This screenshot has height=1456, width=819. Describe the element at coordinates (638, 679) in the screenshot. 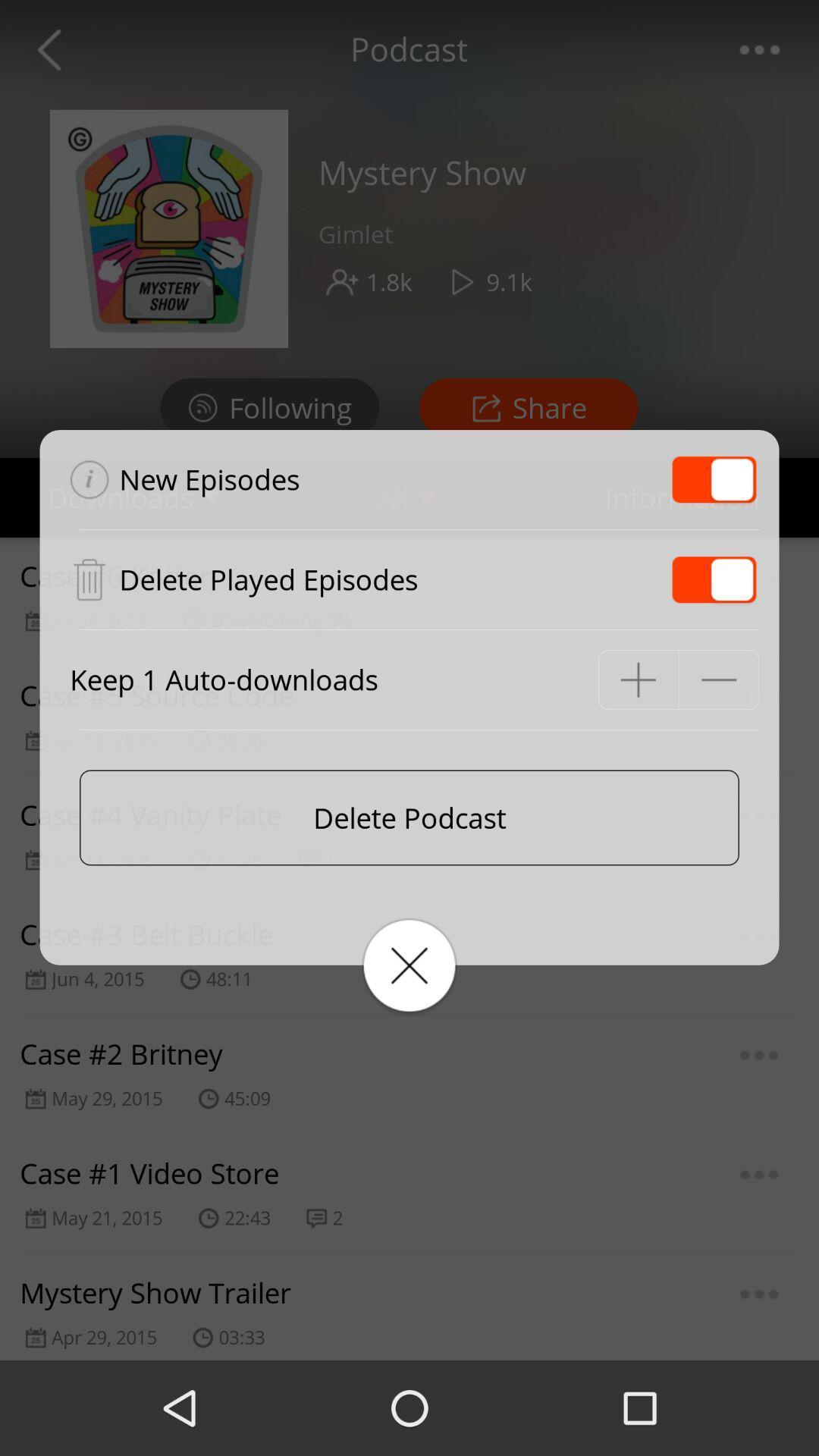

I see `to the number of auto-downloads` at that location.